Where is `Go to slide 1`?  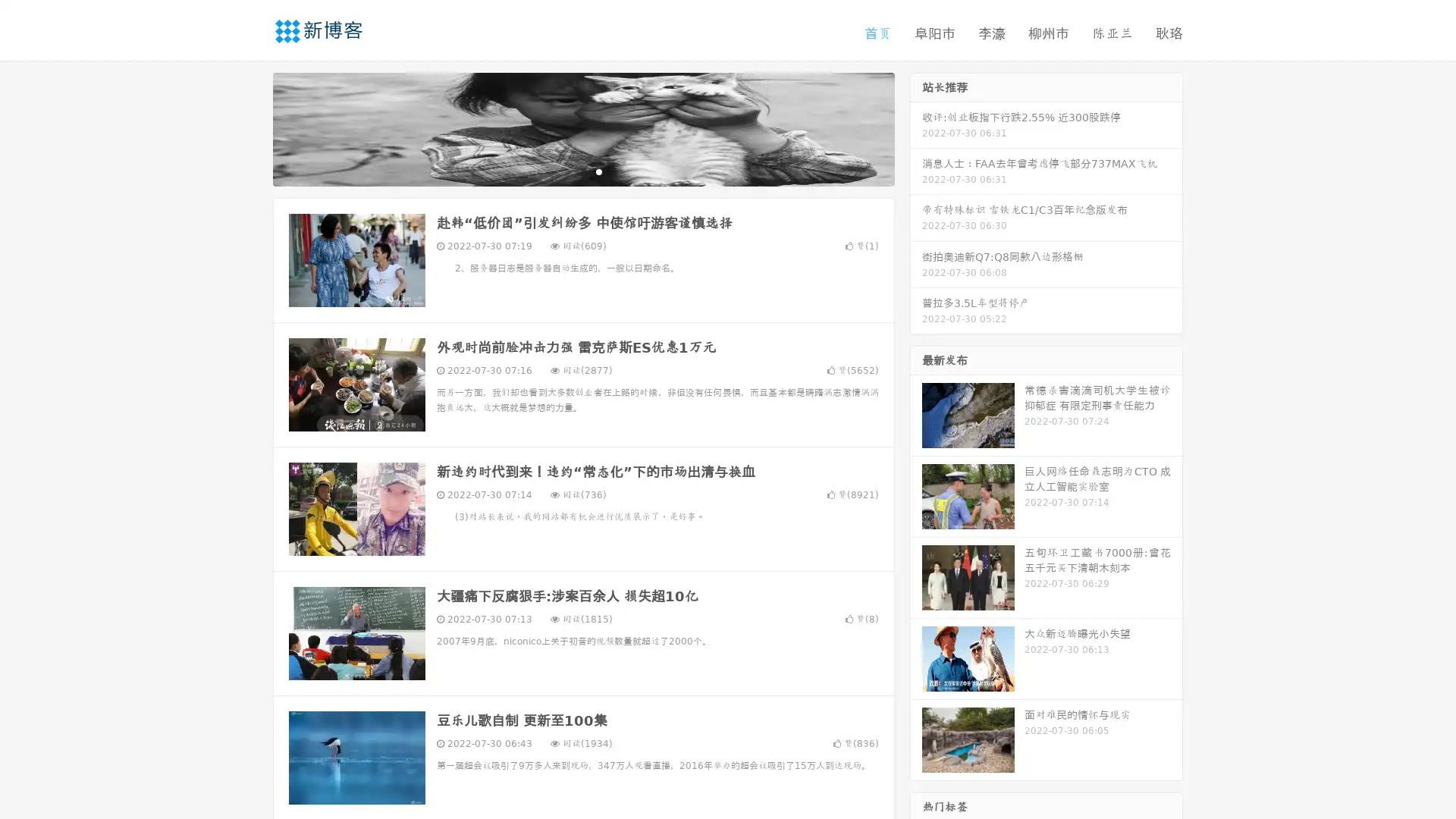 Go to slide 1 is located at coordinates (567, 171).